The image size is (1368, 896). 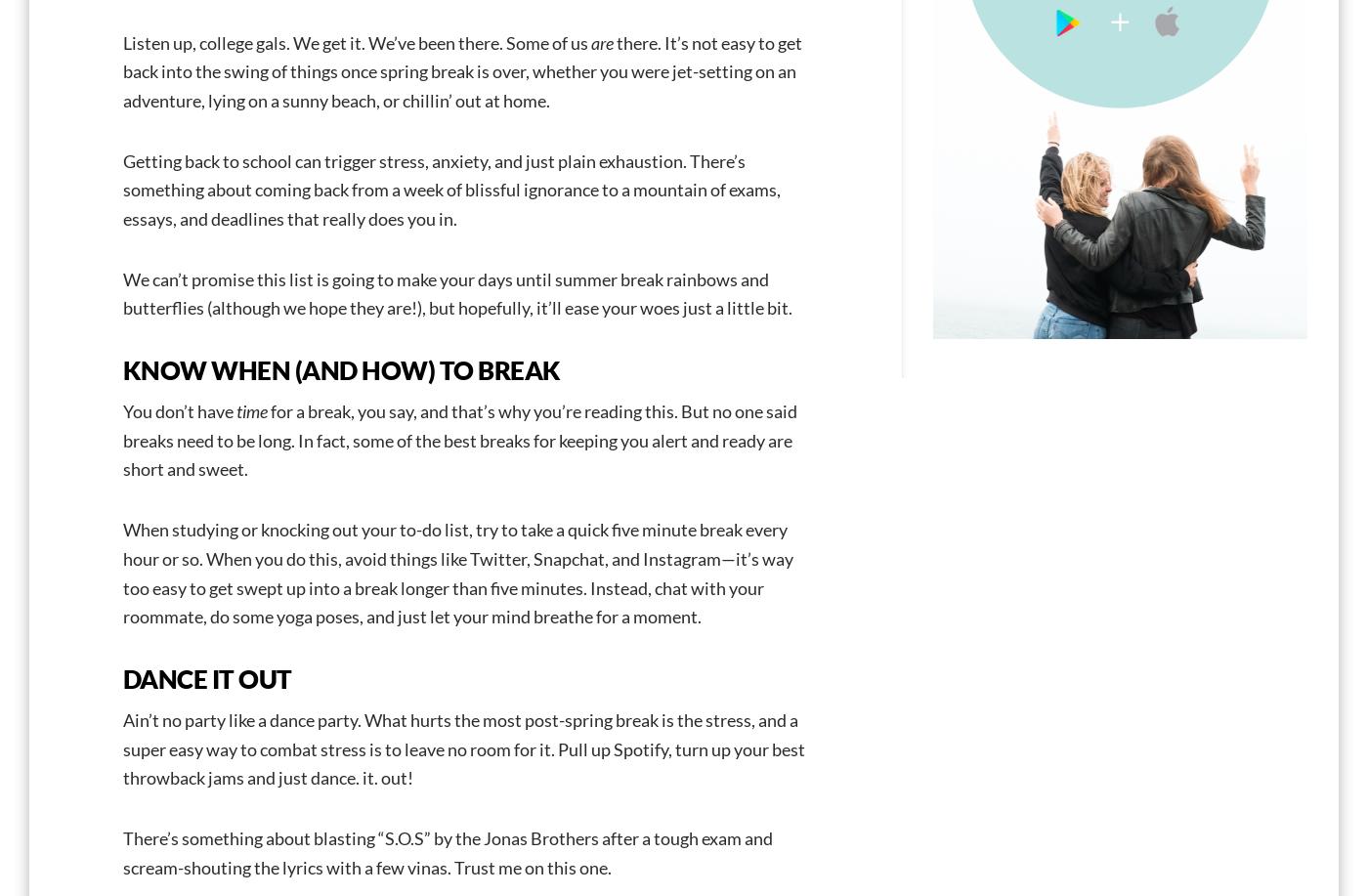 I want to click on 'There’s something about blasting “S.O.S” by the Jonas Brothers after a tough exam and scream-shouting the lyrics with a few vinas. Trust me on this one.', so click(x=448, y=850).